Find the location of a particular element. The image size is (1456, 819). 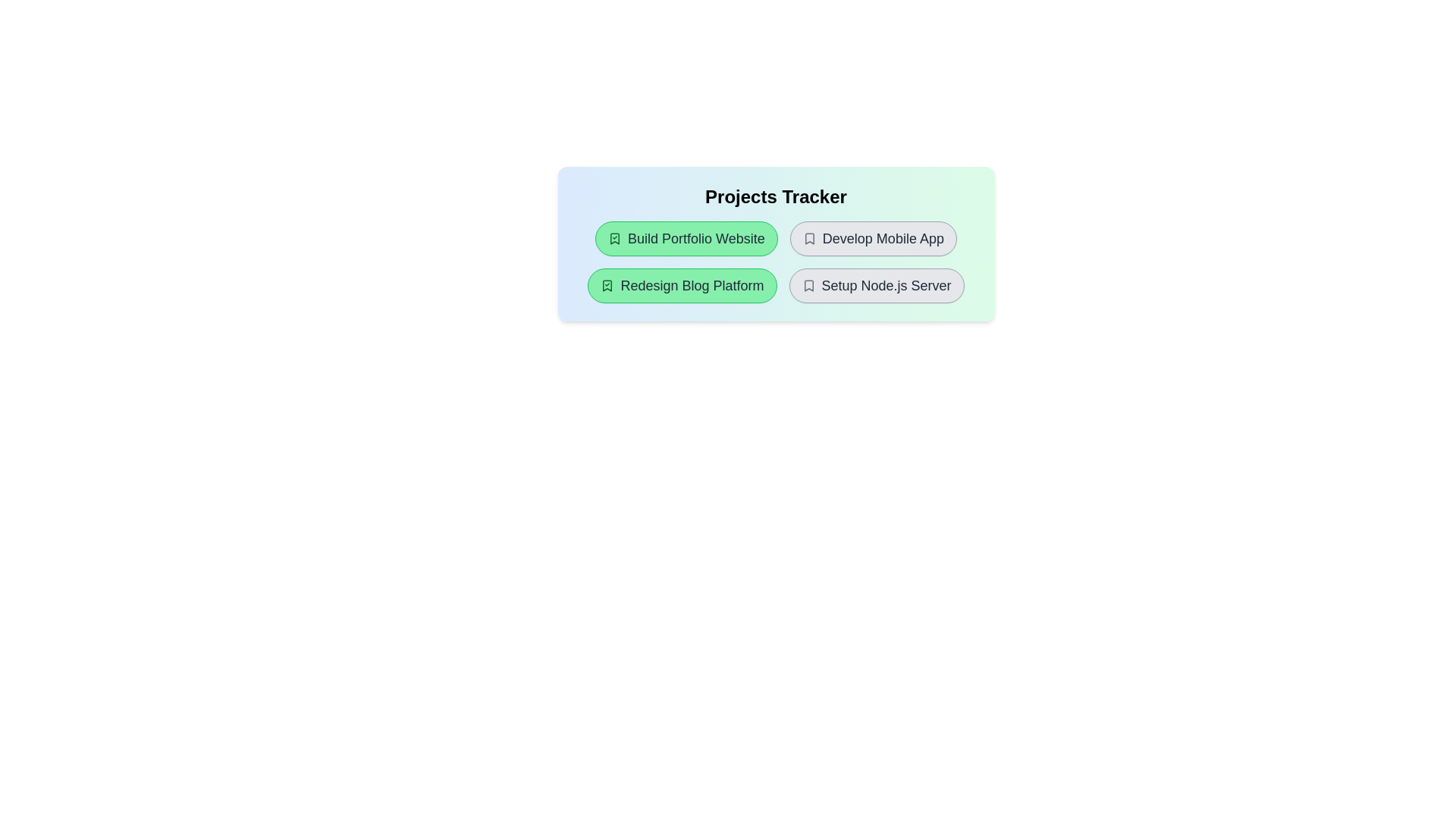

the project item Develop Mobile App to toggle its completion state is located at coordinates (873, 239).